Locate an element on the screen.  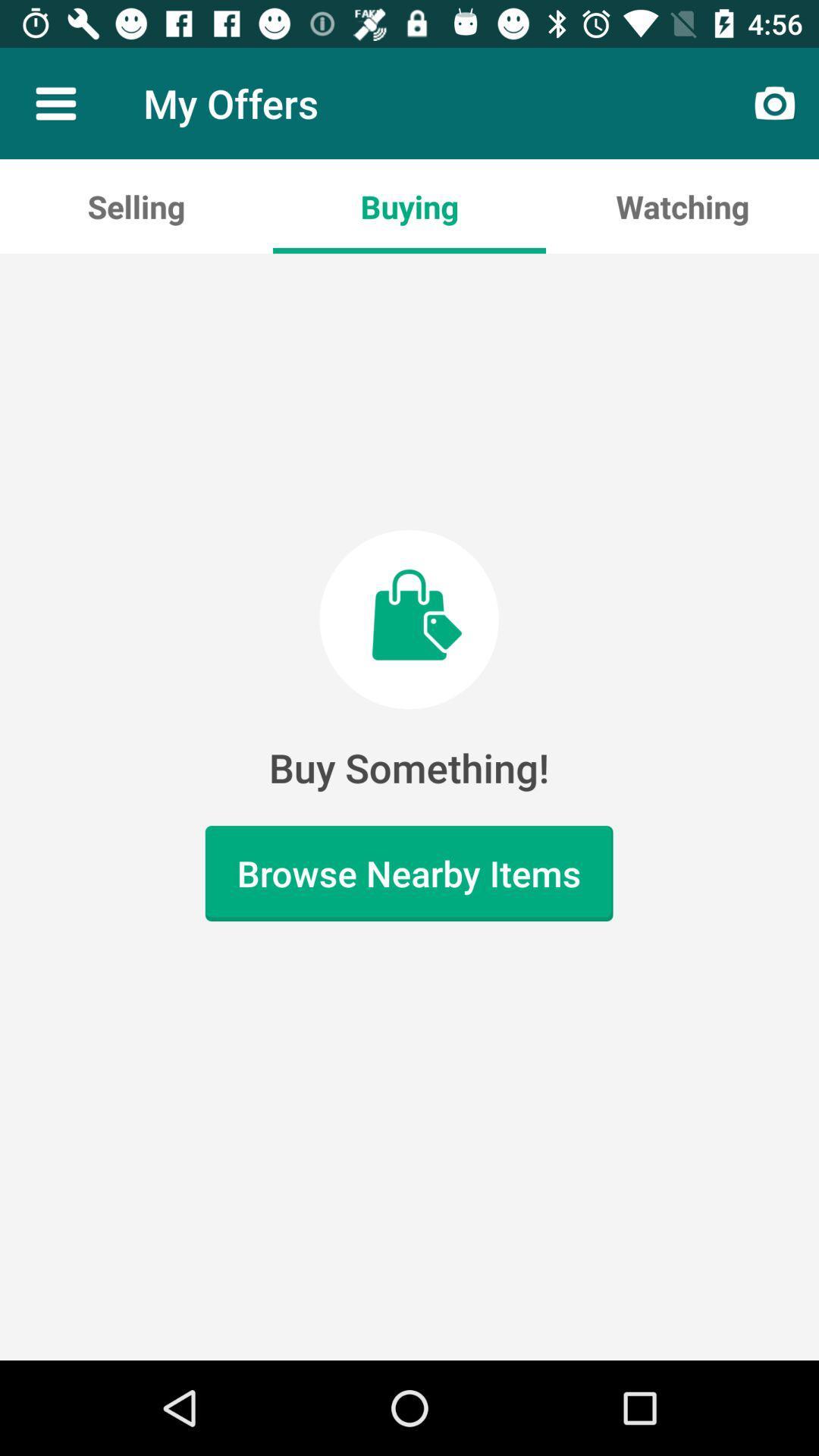
buying icon is located at coordinates (409, 206).